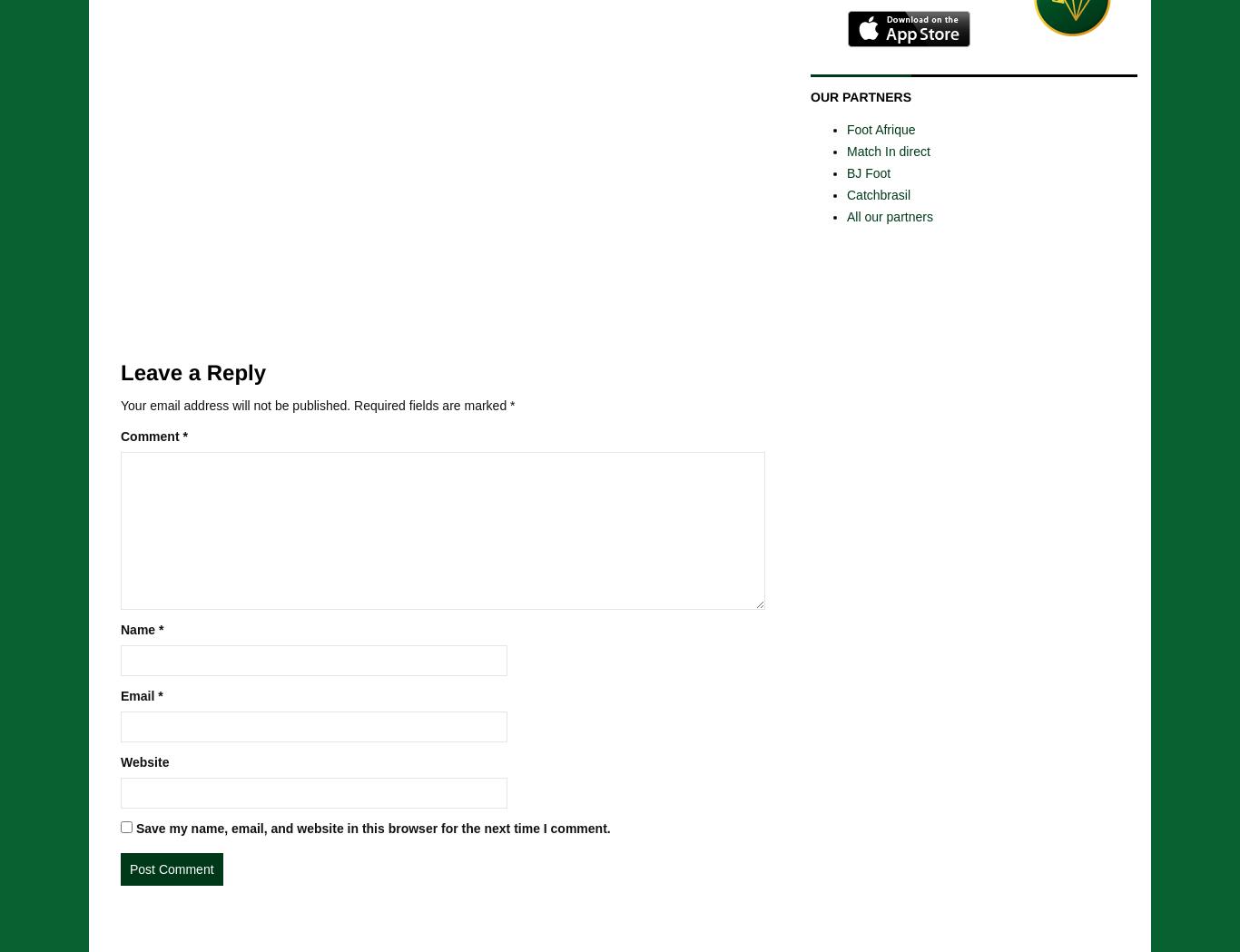 The width and height of the screenshot is (1240, 952). Describe the element at coordinates (846, 171) in the screenshot. I see `'BJ Foot'` at that location.